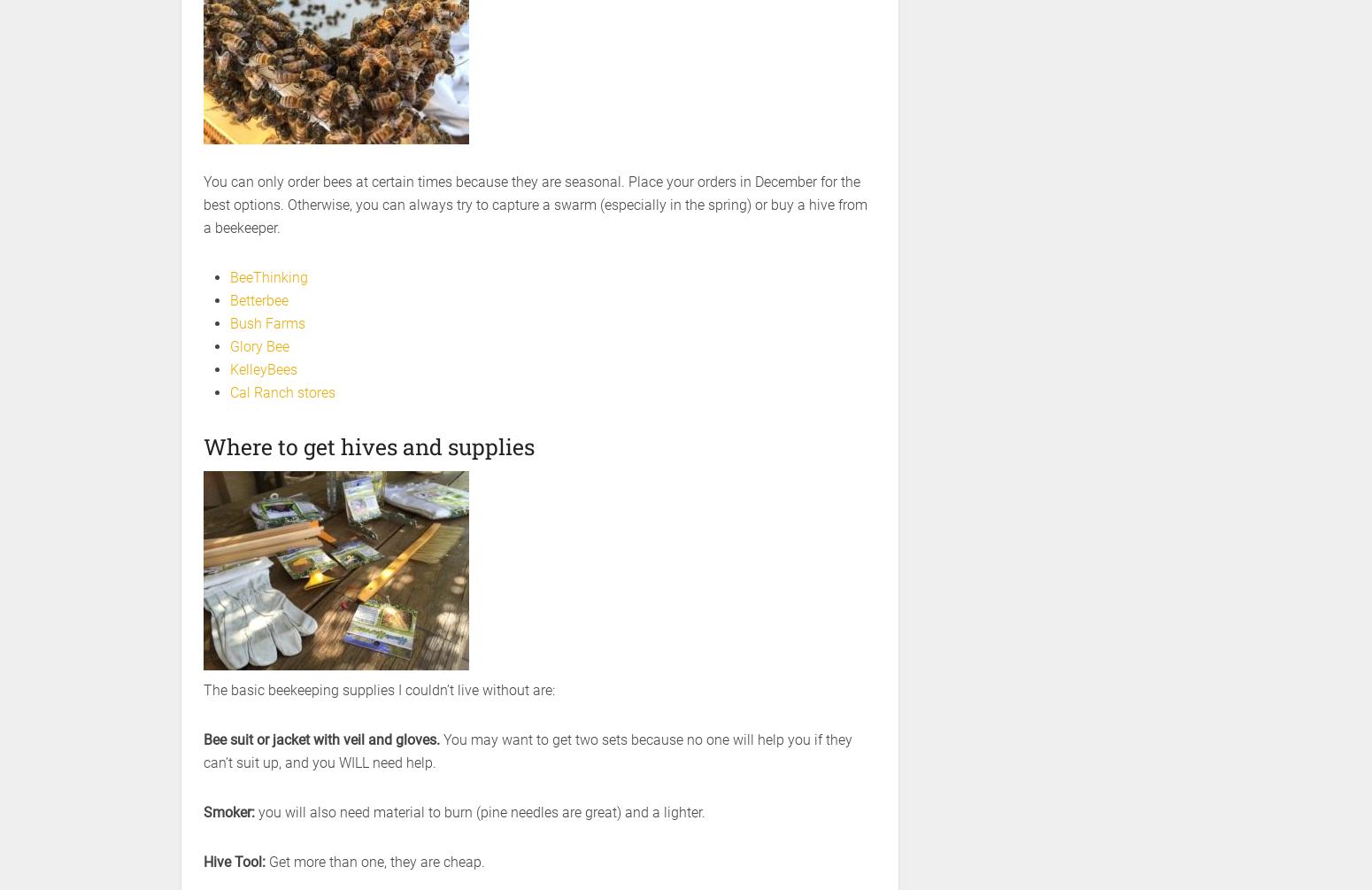  I want to click on 'Get more than one, they are cheap.', so click(376, 861).